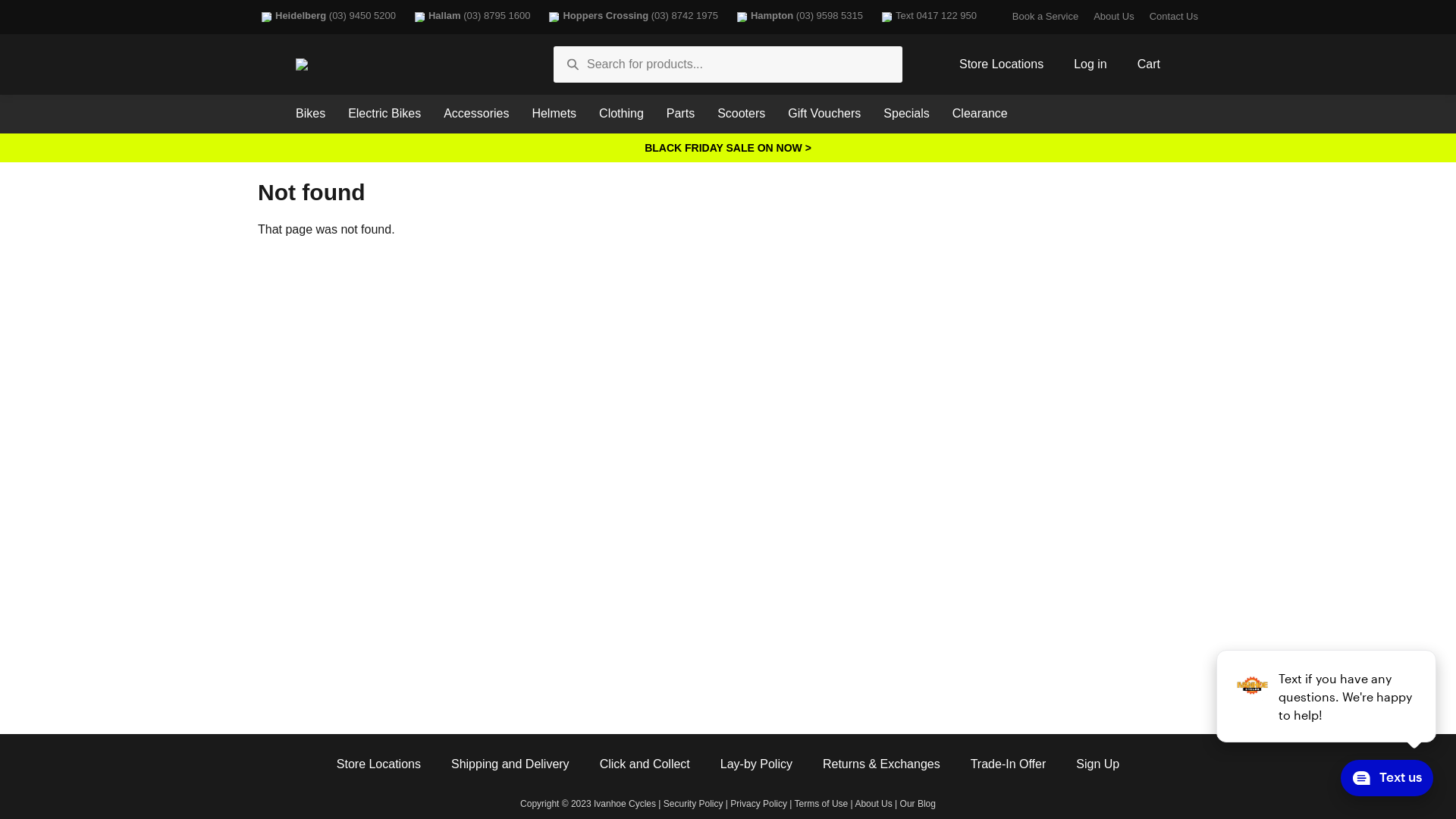 The image size is (1456, 819). Describe the element at coordinates (631, 17) in the screenshot. I see `'Hoppers Crossing (03) 8742 1975'` at that location.